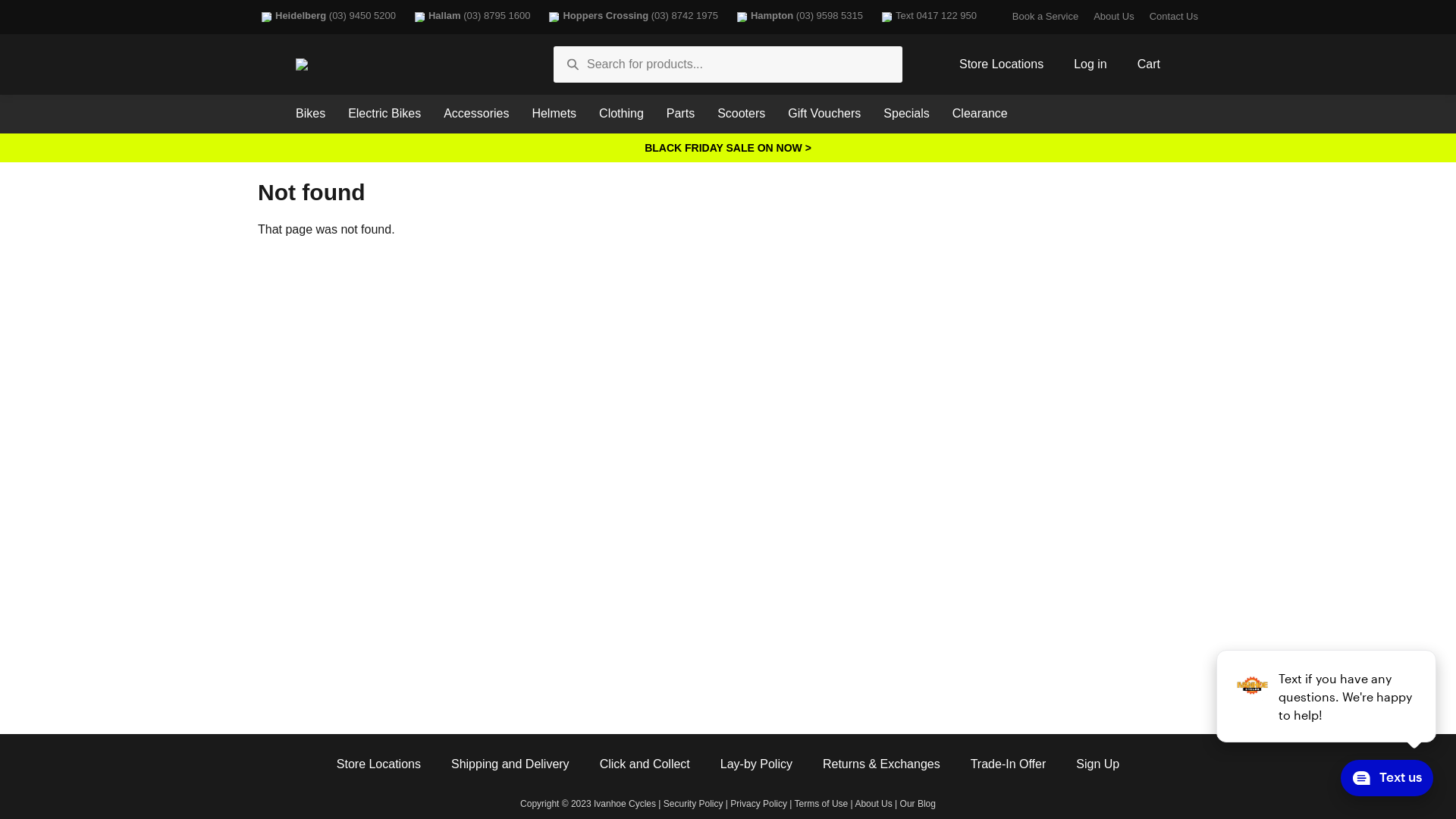 The image size is (1456, 819). Describe the element at coordinates (631, 17) in the screenshot. I see `'Hoppers Crossing (03) 8742 1975'` at that location.